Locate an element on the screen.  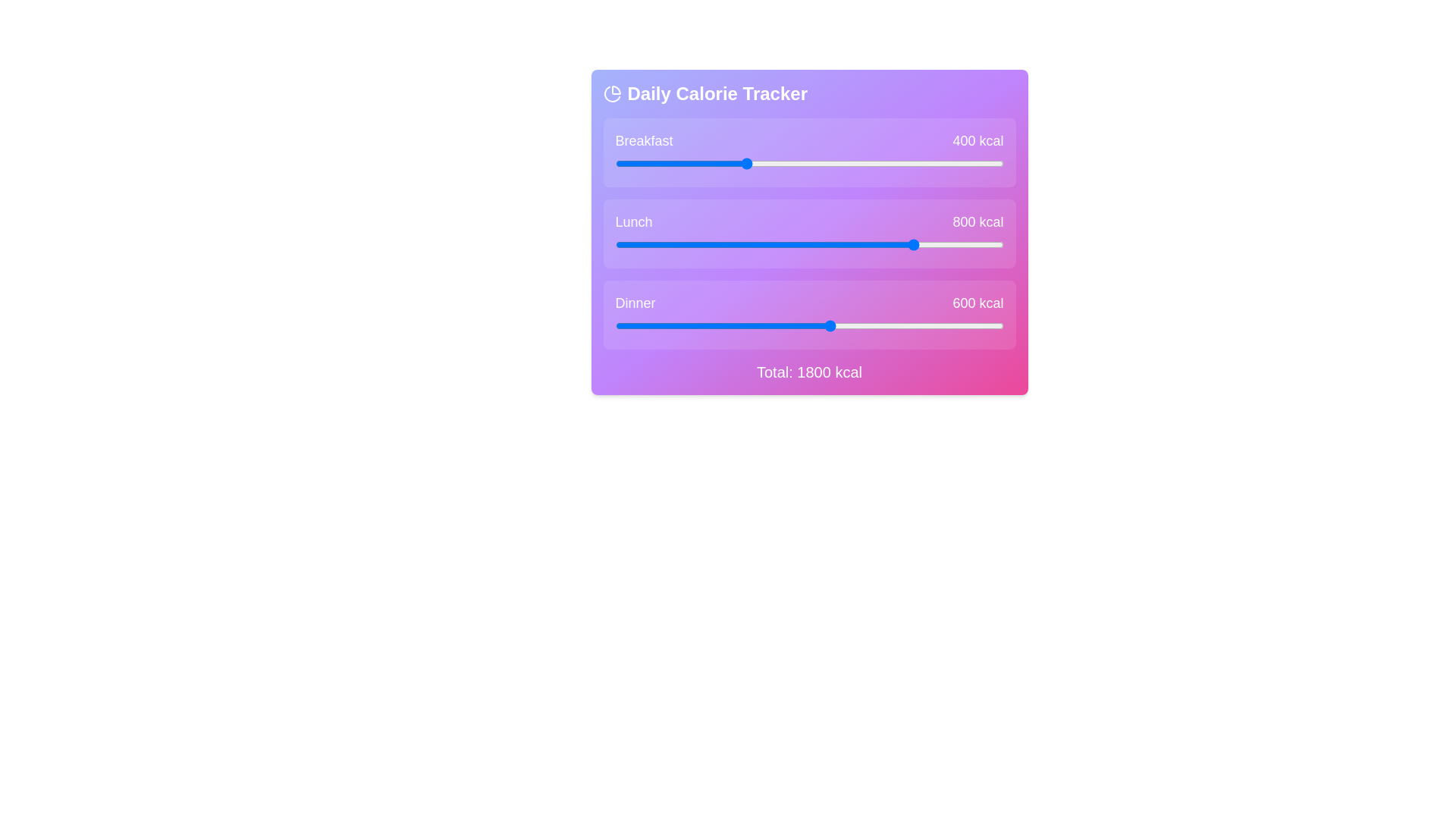
the calorie value for breakfast is located at coordinates (730, 164).